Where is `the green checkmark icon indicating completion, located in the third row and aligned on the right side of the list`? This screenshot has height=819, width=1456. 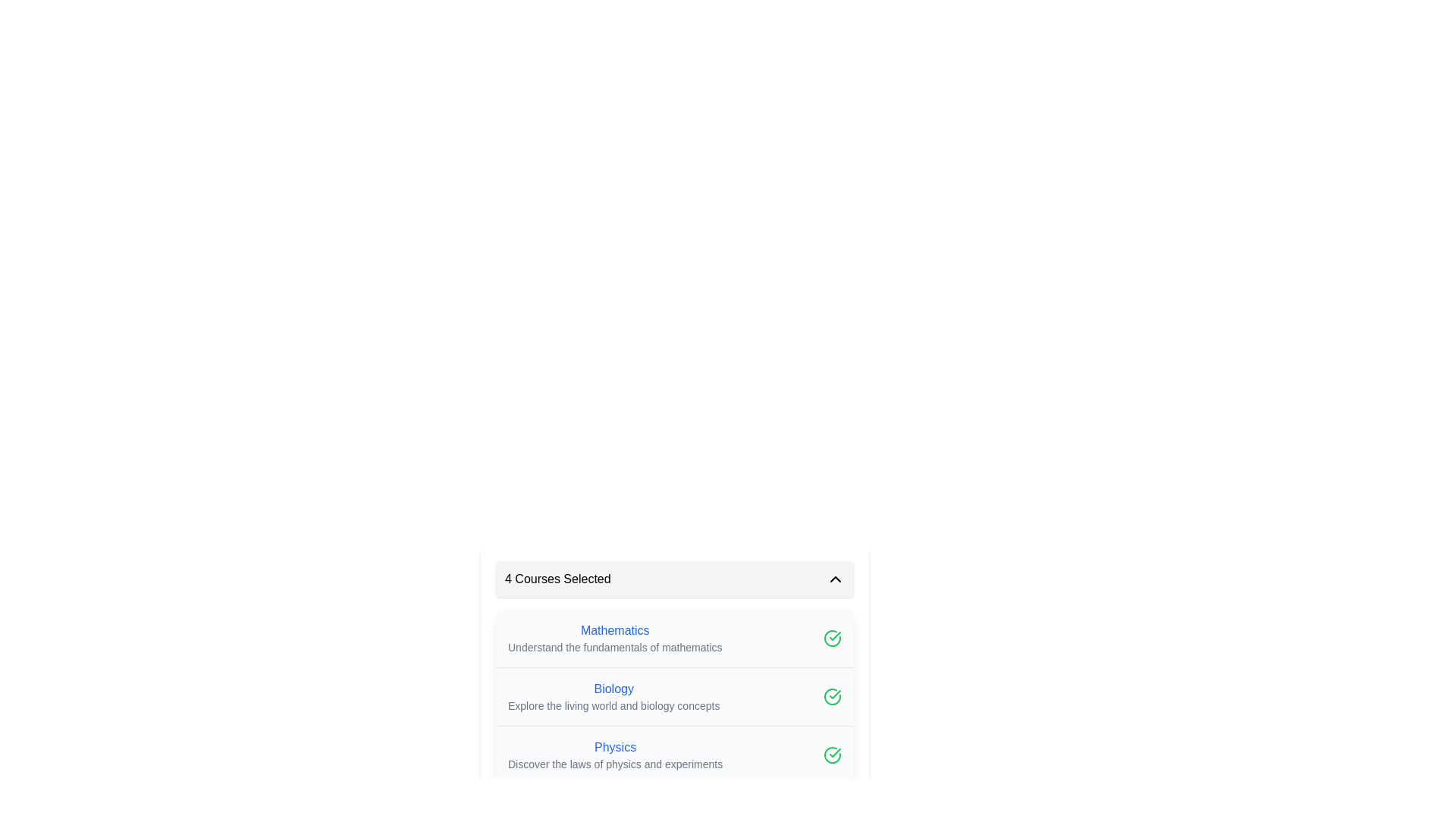 the green checkmark icon indicating completion, located in the third row and aligned on the right side of the list is located at coordinates (834, 752).